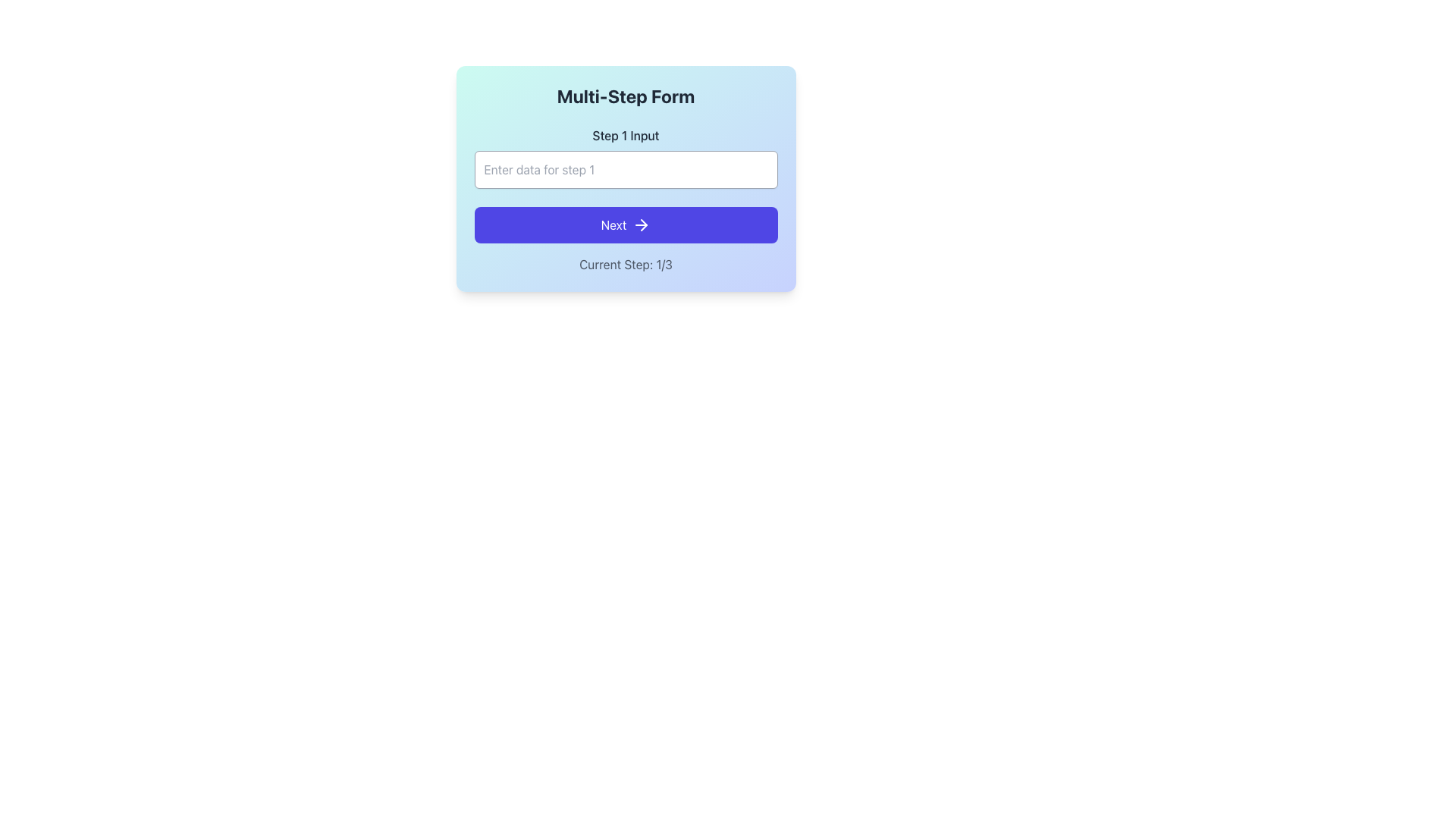 The width and height of the screenshot is (1456, 819). What do you see at coordinates (626, 263) in the screenshot?
I see `text content of the label displaying 'Current Step: 1/3', which is a subtle gray text styled to indicate progress beneath the 'Next' button` at bounding box center [626, 263].